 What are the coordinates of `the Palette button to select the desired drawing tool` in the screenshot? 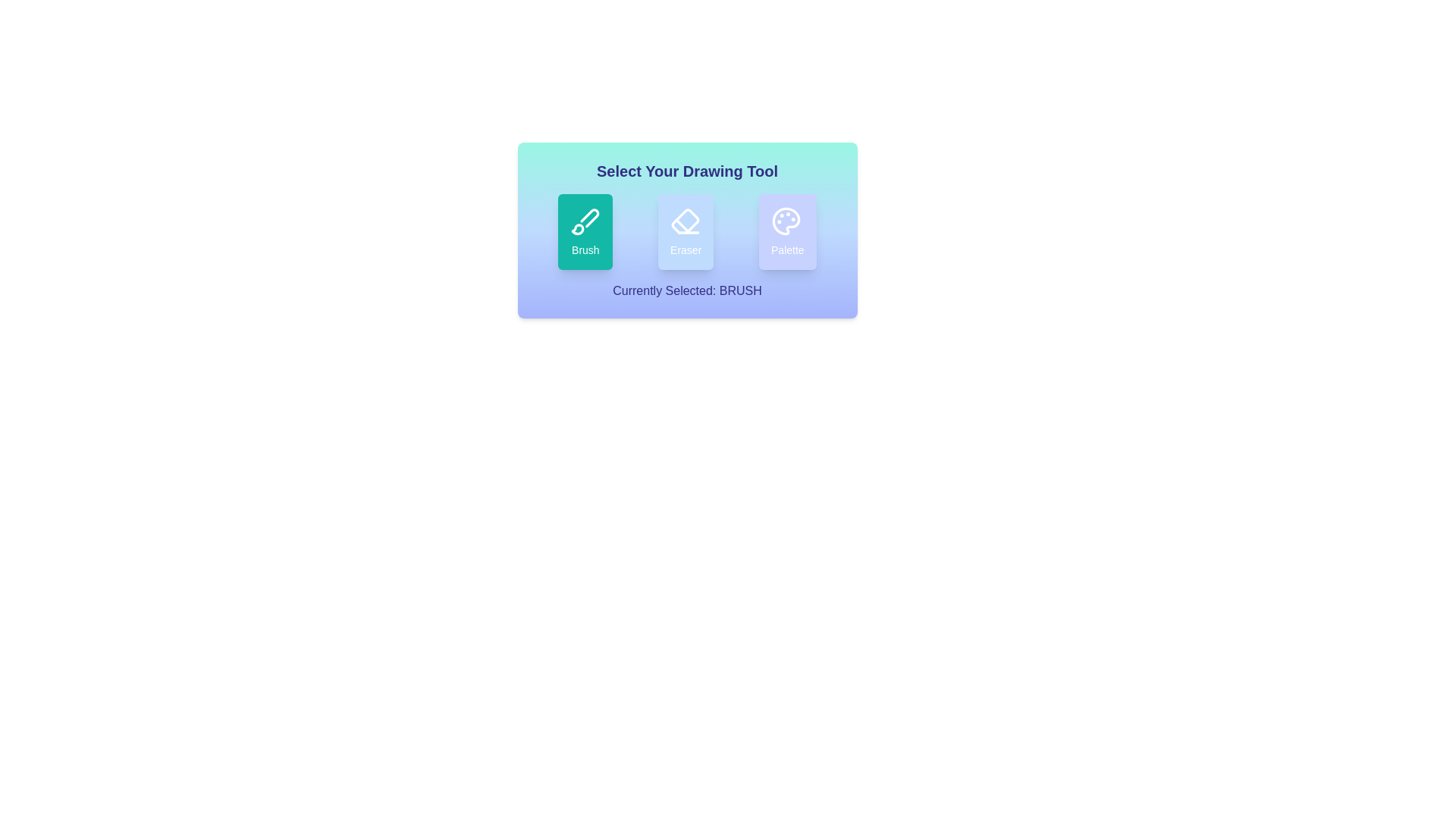 It's located at (787, 231).